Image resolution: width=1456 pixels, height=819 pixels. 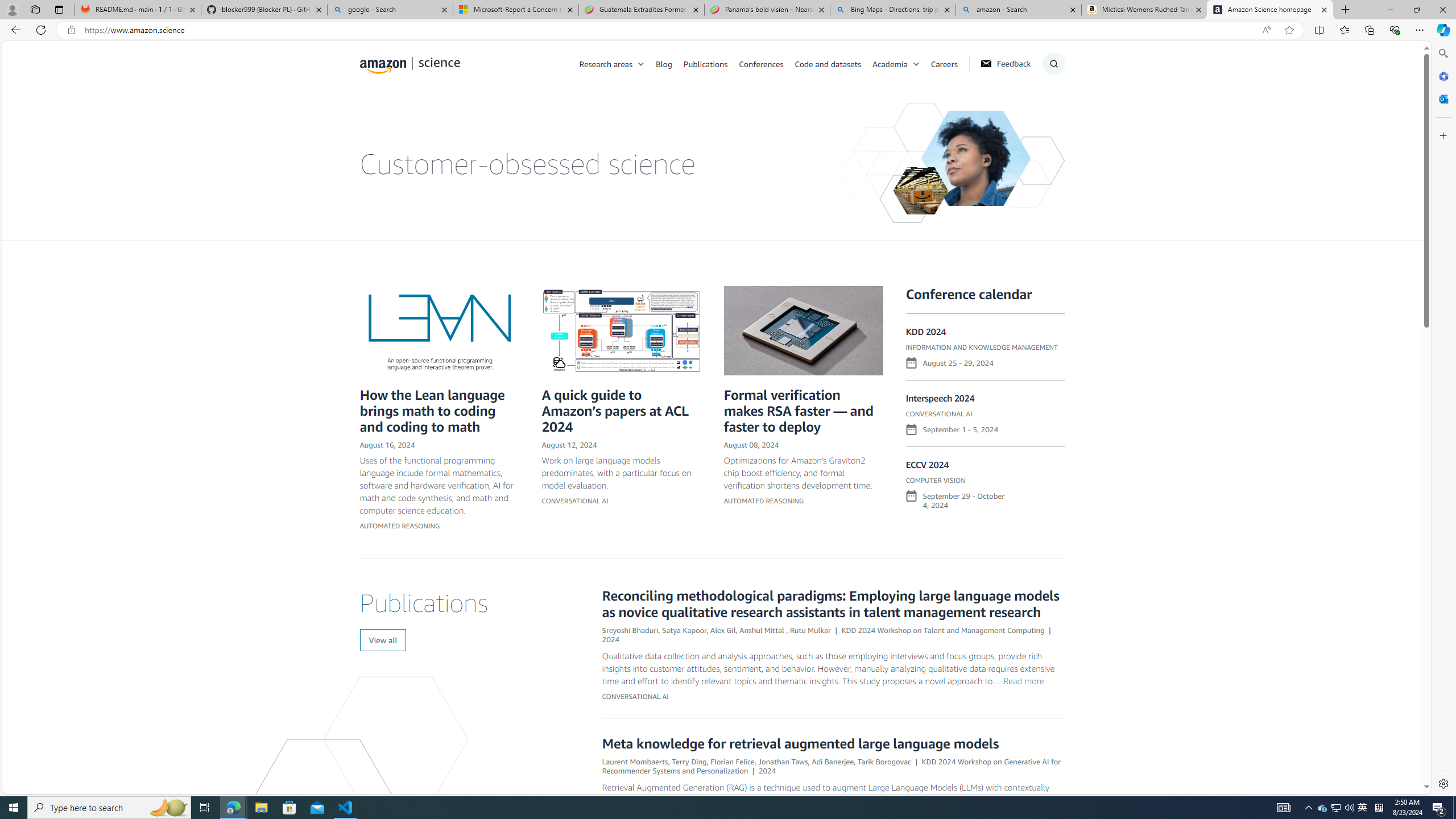 I want to click on 'Adi Banerjee', so click(x=832, y=760).